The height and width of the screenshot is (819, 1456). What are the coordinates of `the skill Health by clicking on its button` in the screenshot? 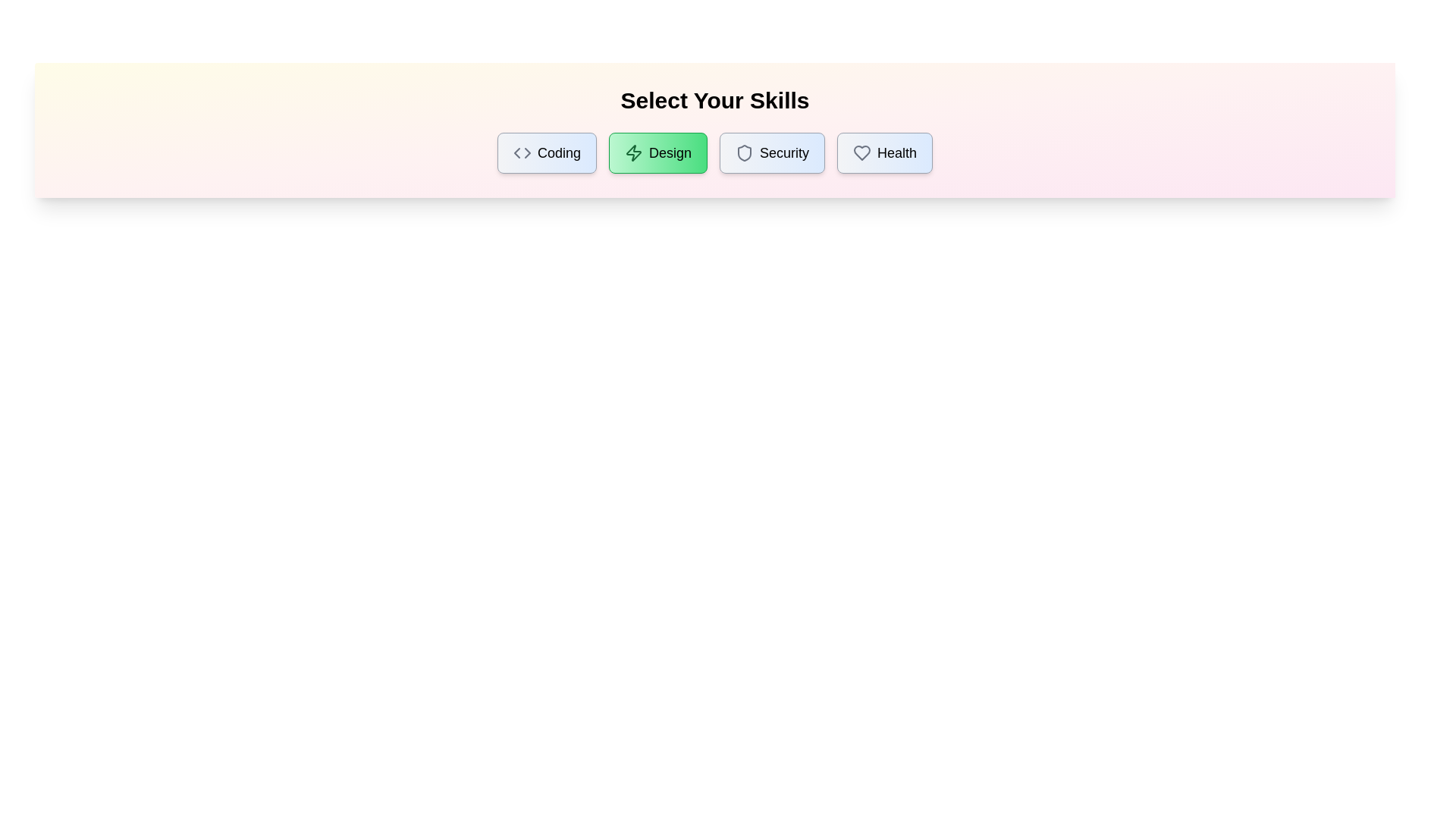 It's located at (884, 152).